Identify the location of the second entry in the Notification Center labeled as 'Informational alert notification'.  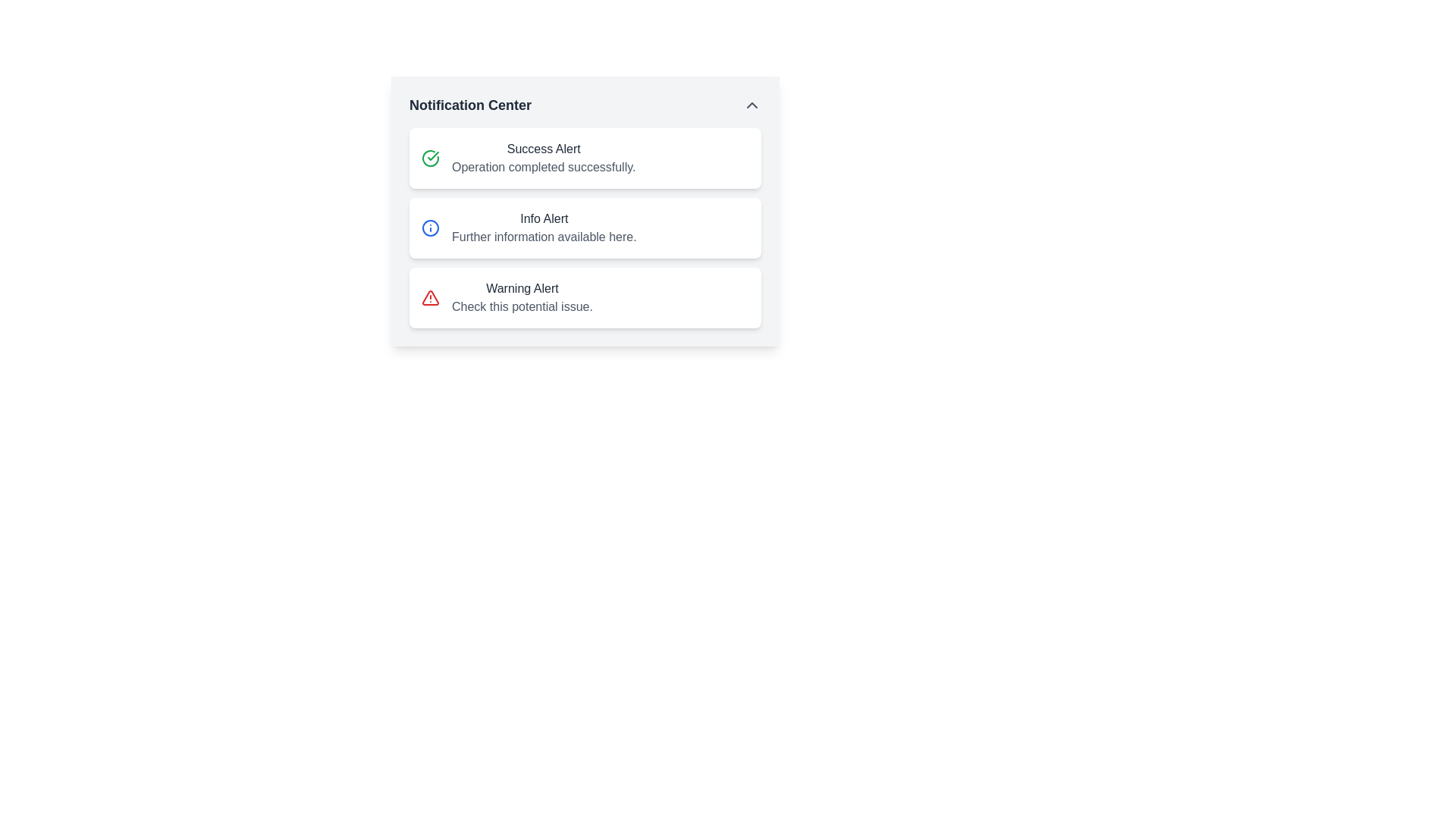
(544, 227).